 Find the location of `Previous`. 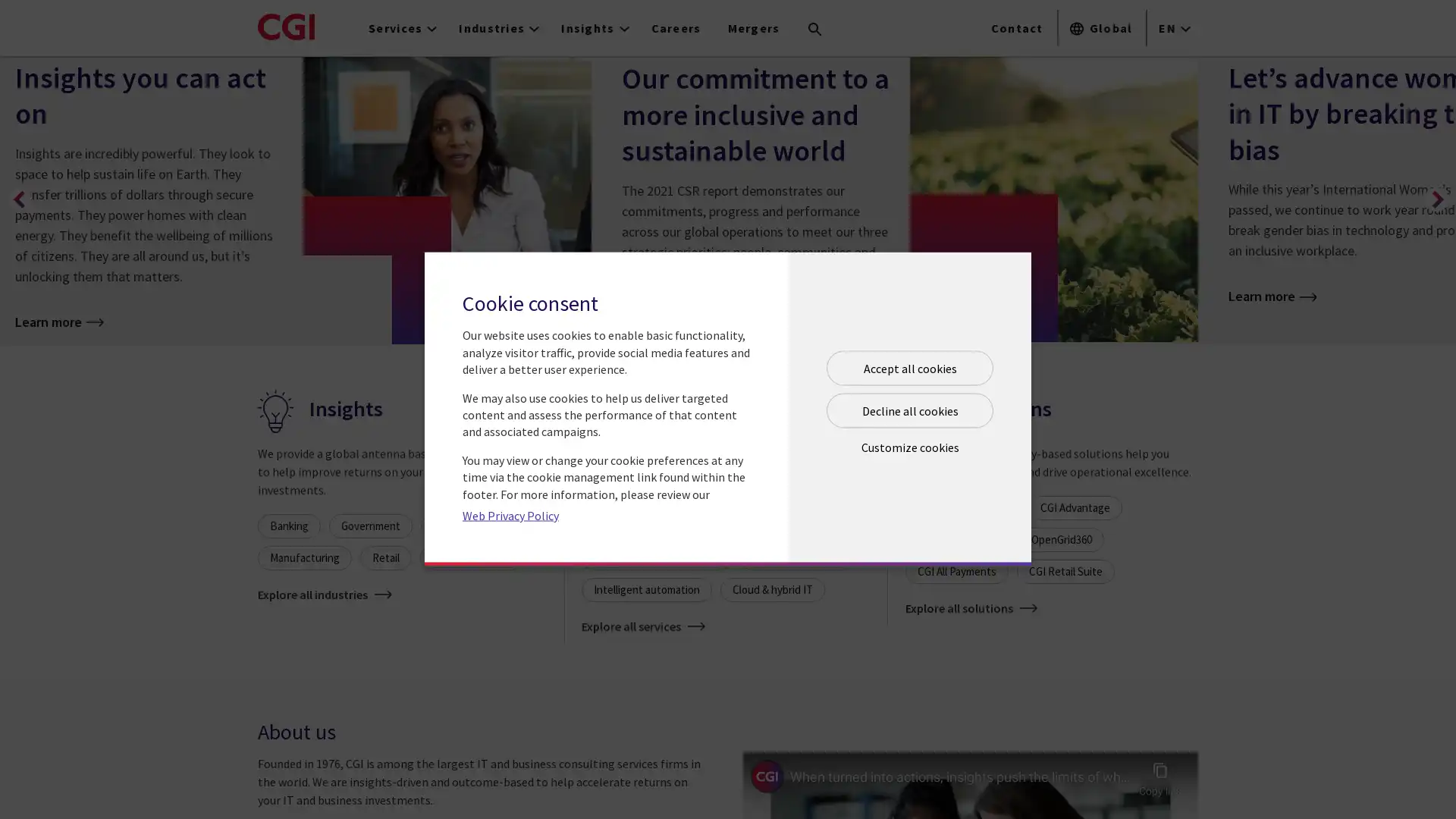

Previous is located at coordinates (19, 197).